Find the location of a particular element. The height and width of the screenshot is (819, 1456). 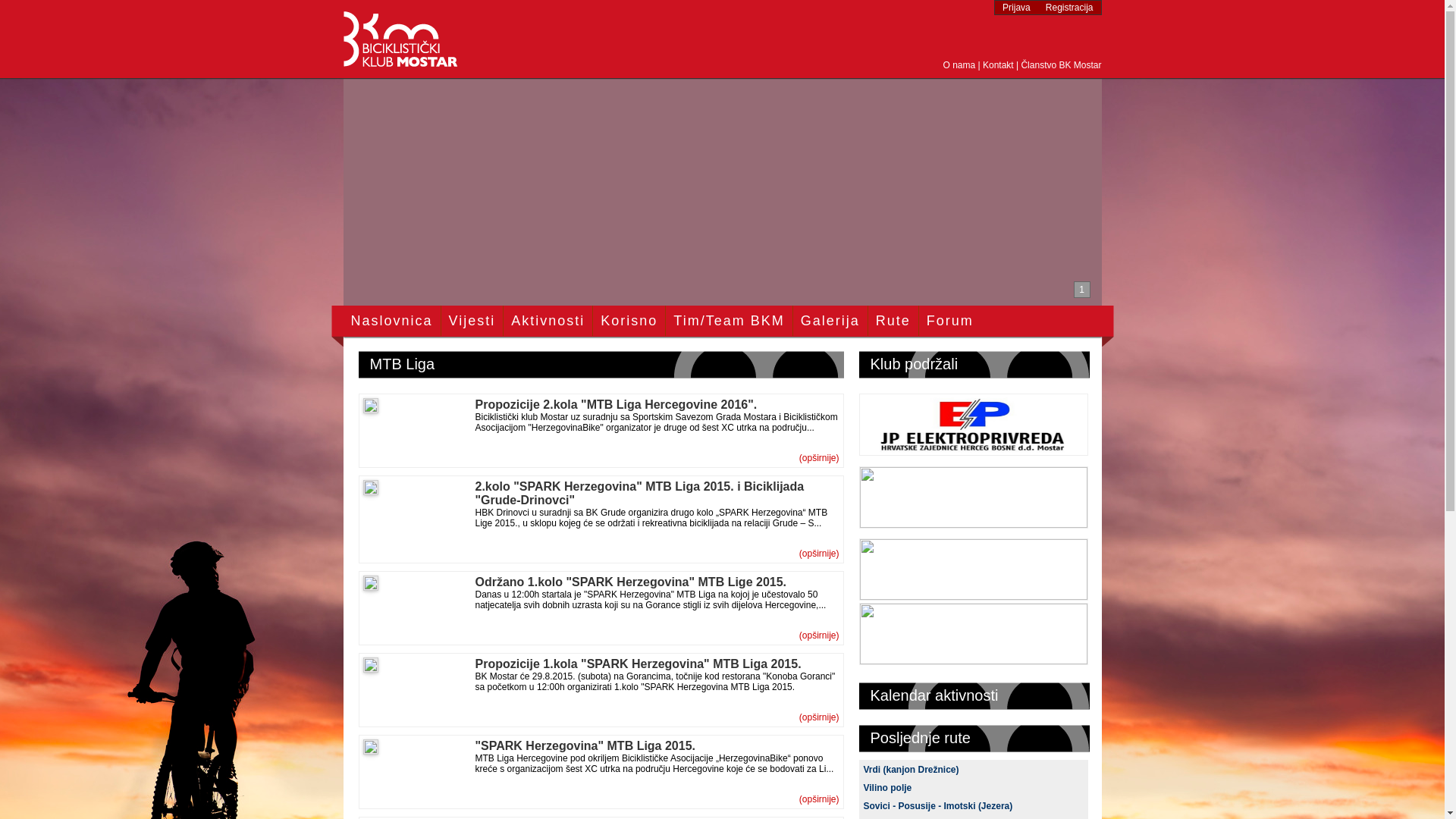

'O nama' is located at coordinates (958, 64).